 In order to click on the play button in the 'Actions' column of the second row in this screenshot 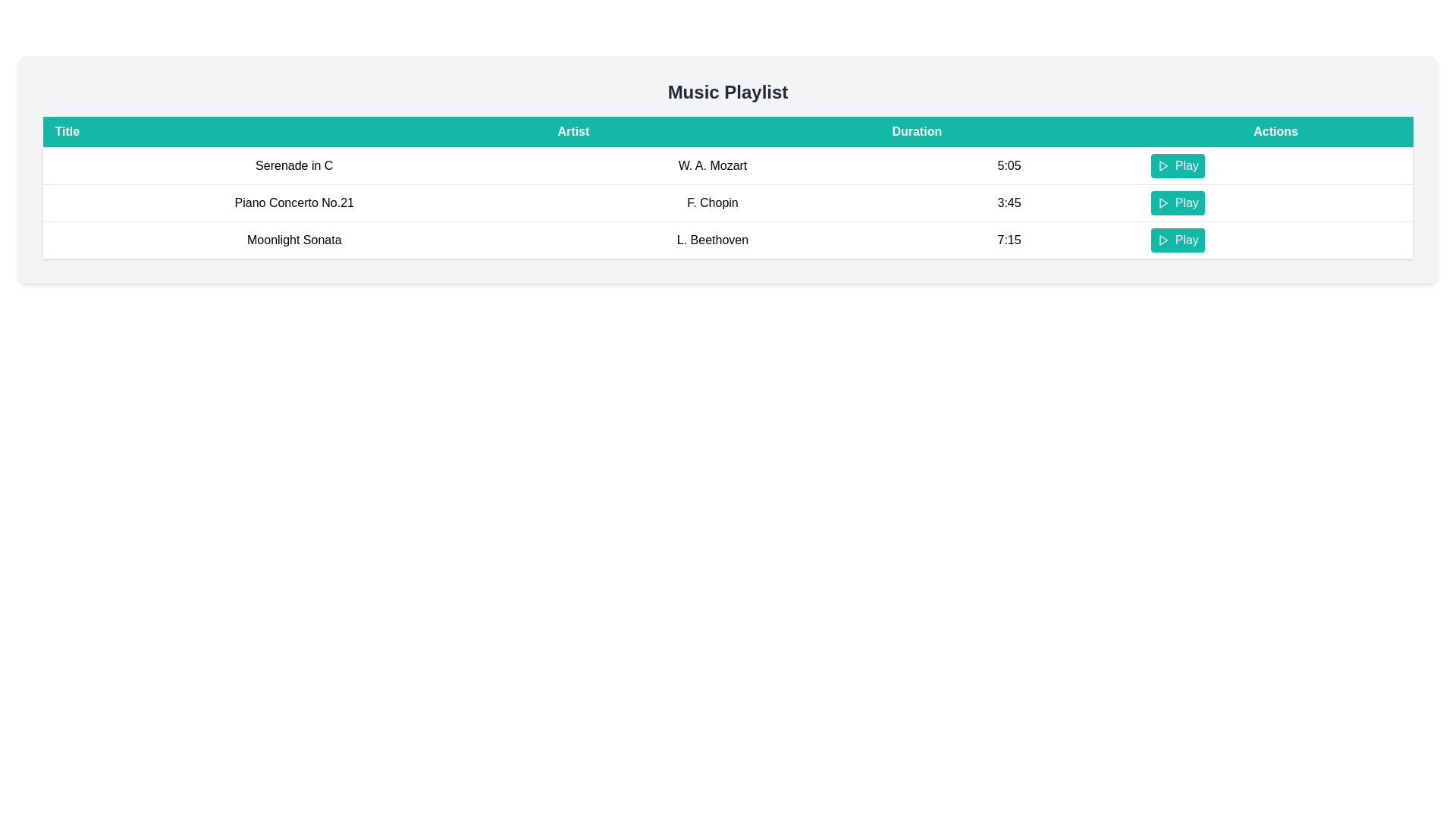, I will do `click(1177, 202)`.